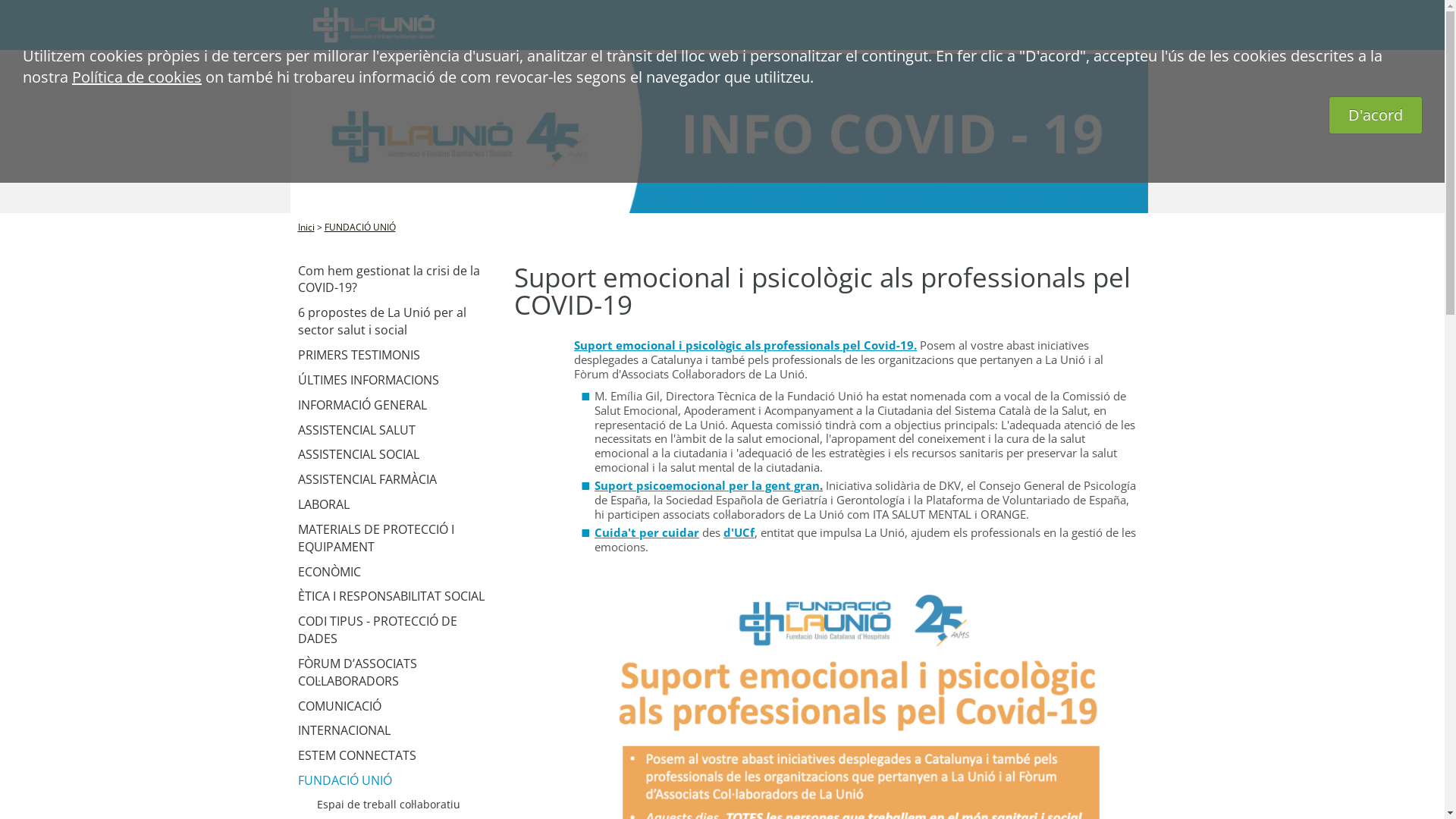 The width and height of the screenshot is (1456, 819). I want to click on 'INTERNACIONAL', so click(397, 730).